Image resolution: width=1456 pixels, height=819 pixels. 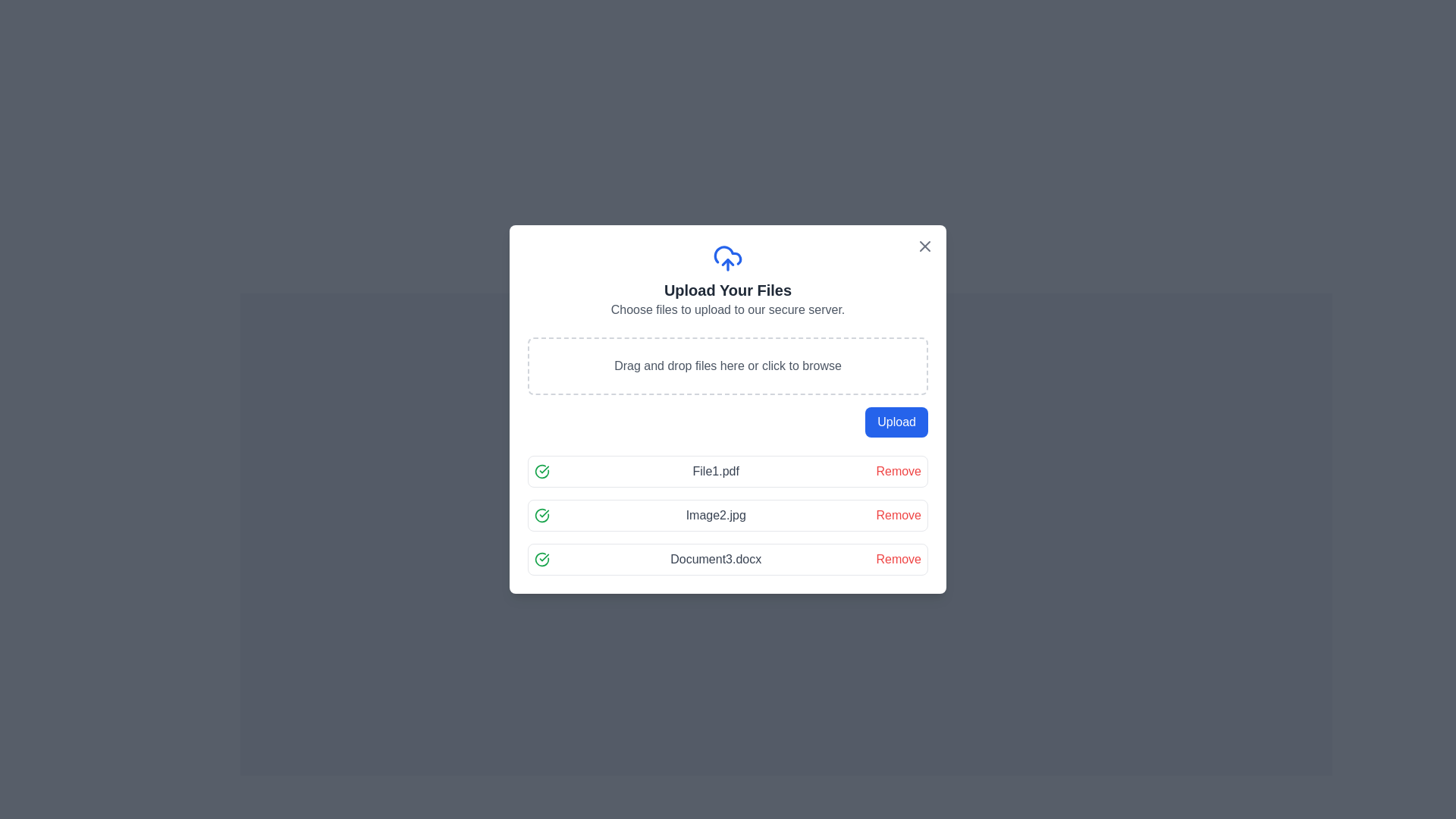 I want to click on the status icon indicating that 'File1.pdf' has been successfully processed, located in the first row of the file list section, so click(x=542, y=470).